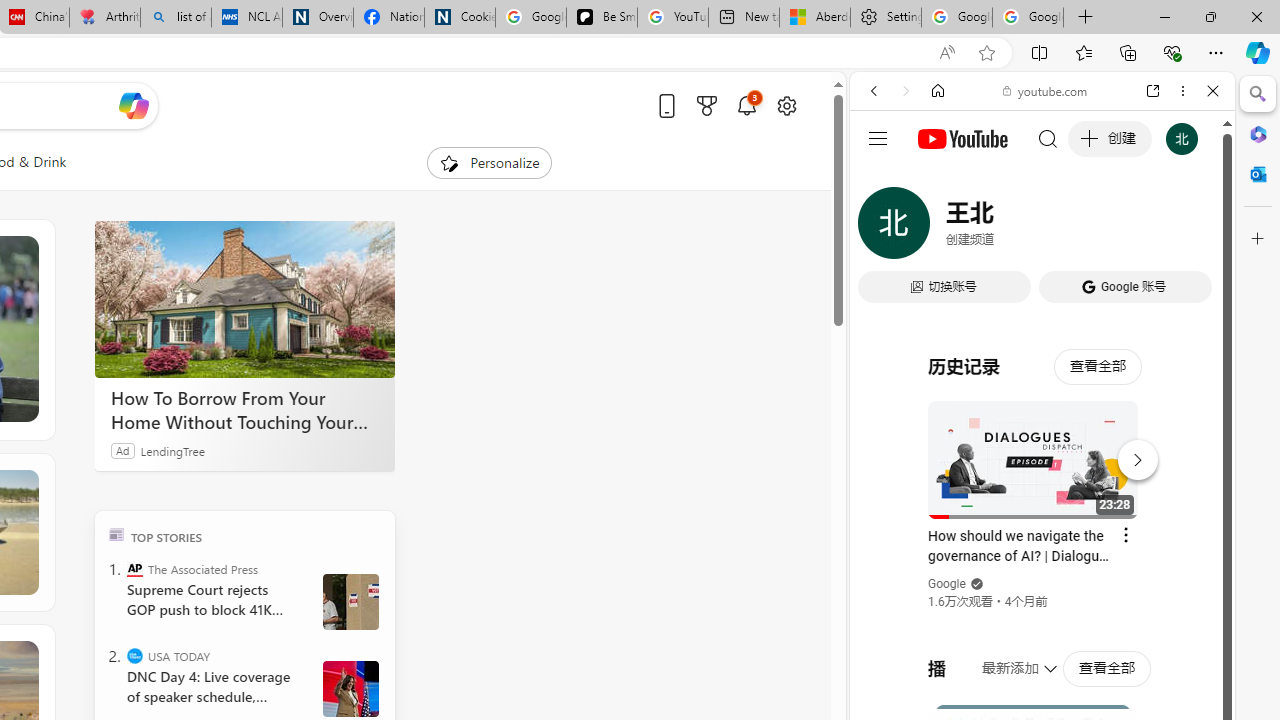  Describe the element at coordinates (1257, 51) in the screenshot. I see `'Copilot (Ctrl+Shift+.)'` at that location.